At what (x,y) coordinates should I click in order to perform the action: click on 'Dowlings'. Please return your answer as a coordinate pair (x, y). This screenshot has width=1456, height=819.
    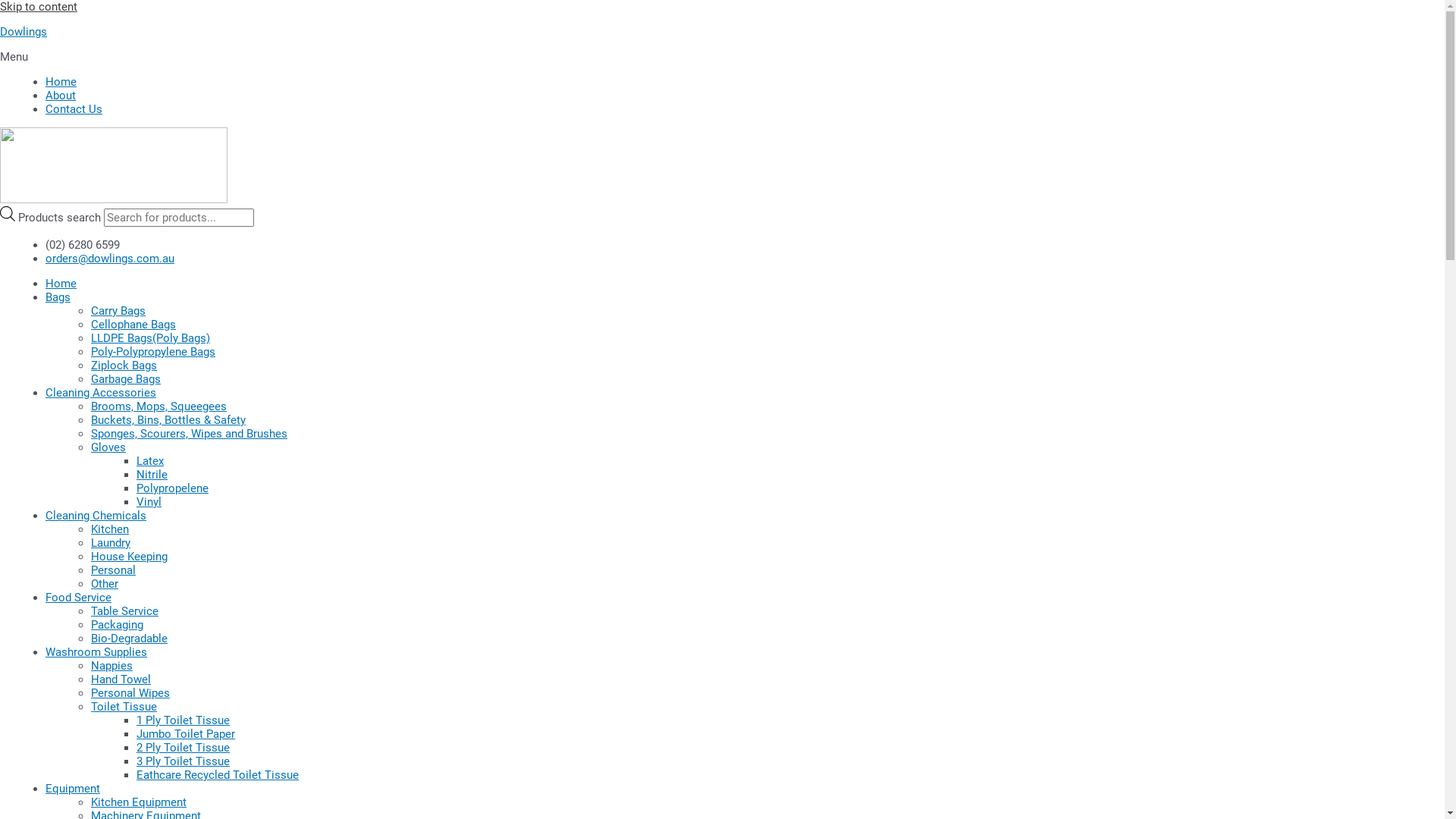
    Looking at the image, I should click on (23, 32).